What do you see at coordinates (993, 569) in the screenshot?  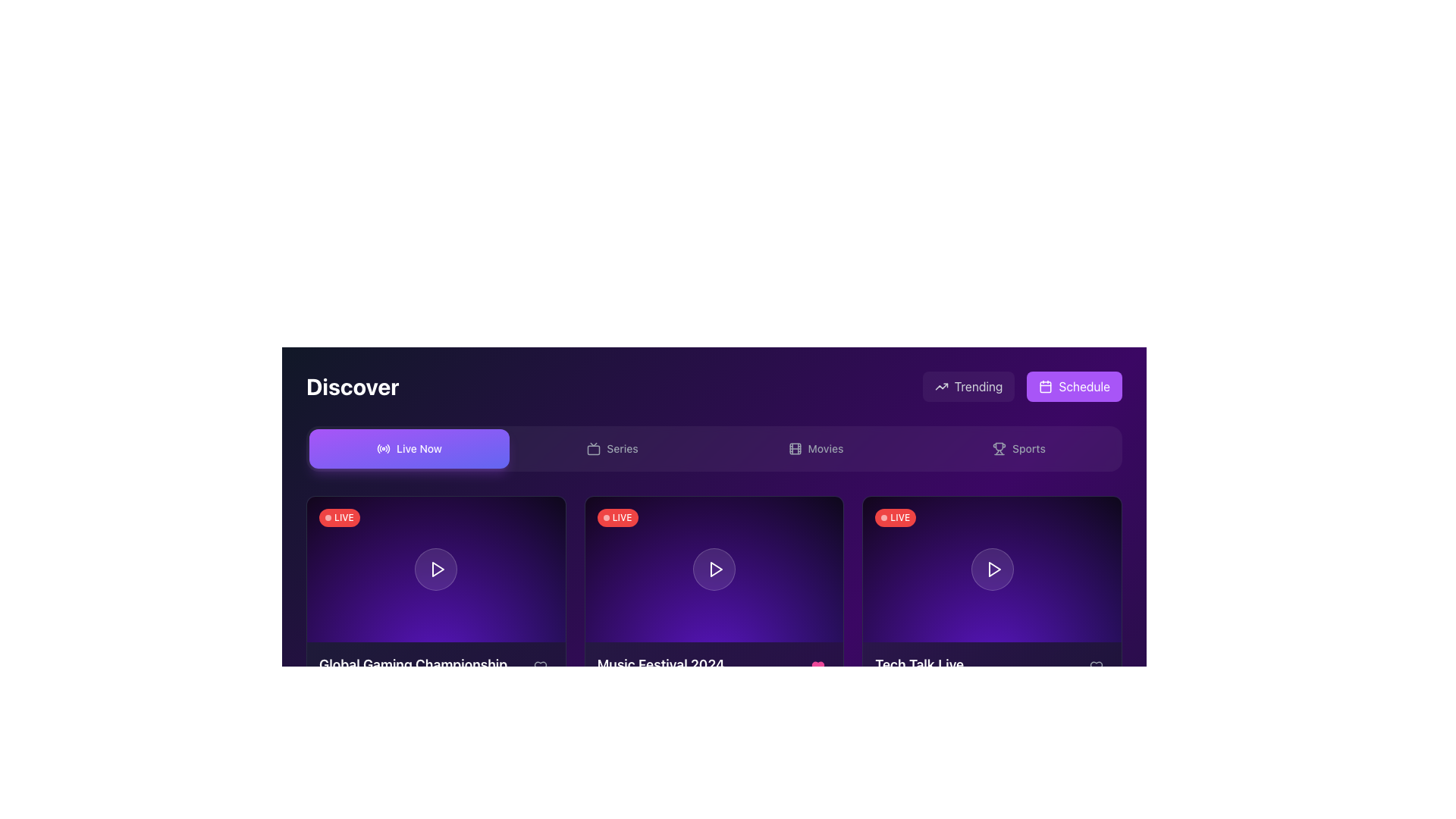 I see `the play button located in the rightmost position of three similar buttons in the second row below the header` at bounding box center [993, 569].